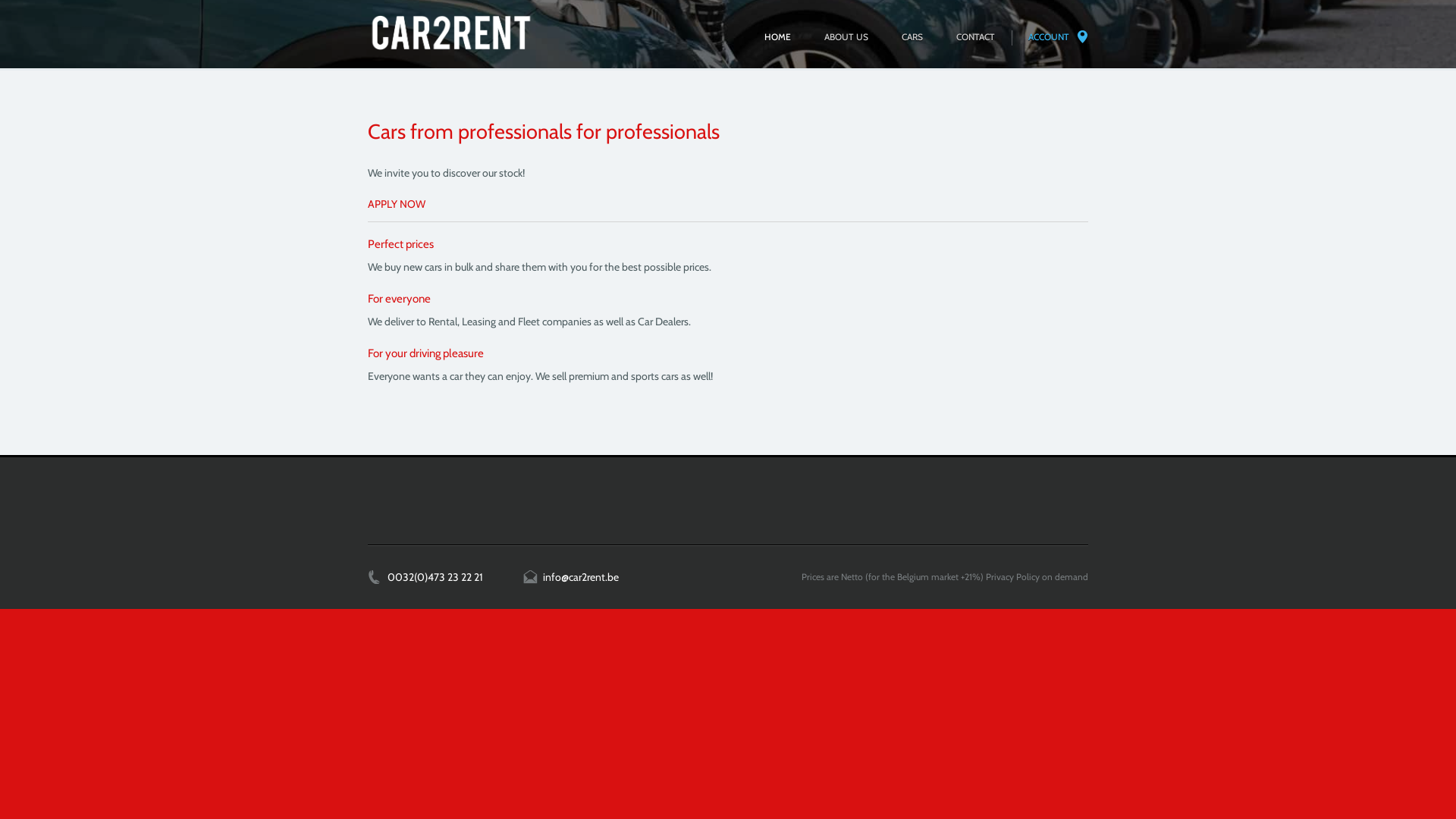  I want to click on 'HOME', so click(777, 37).